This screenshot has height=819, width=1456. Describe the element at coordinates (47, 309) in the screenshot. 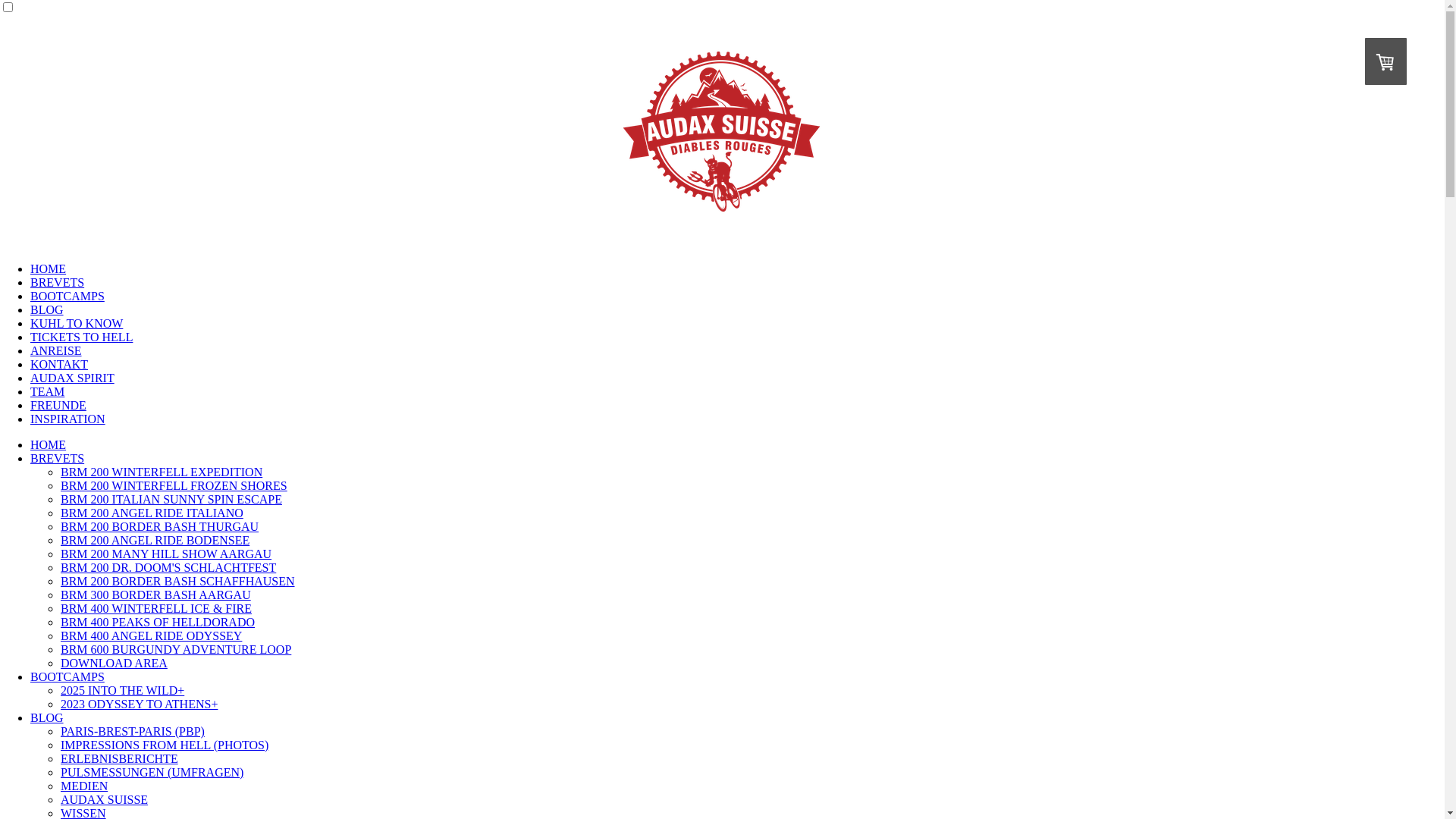

I see `'BLOG'` at that location.